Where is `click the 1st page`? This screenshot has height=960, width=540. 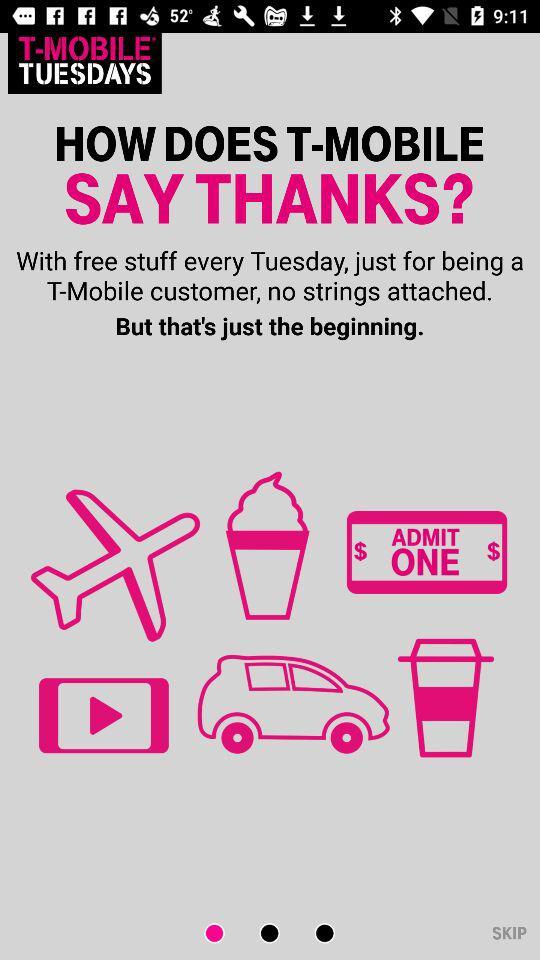 click the 1st page is located at coordinates (226, 933).